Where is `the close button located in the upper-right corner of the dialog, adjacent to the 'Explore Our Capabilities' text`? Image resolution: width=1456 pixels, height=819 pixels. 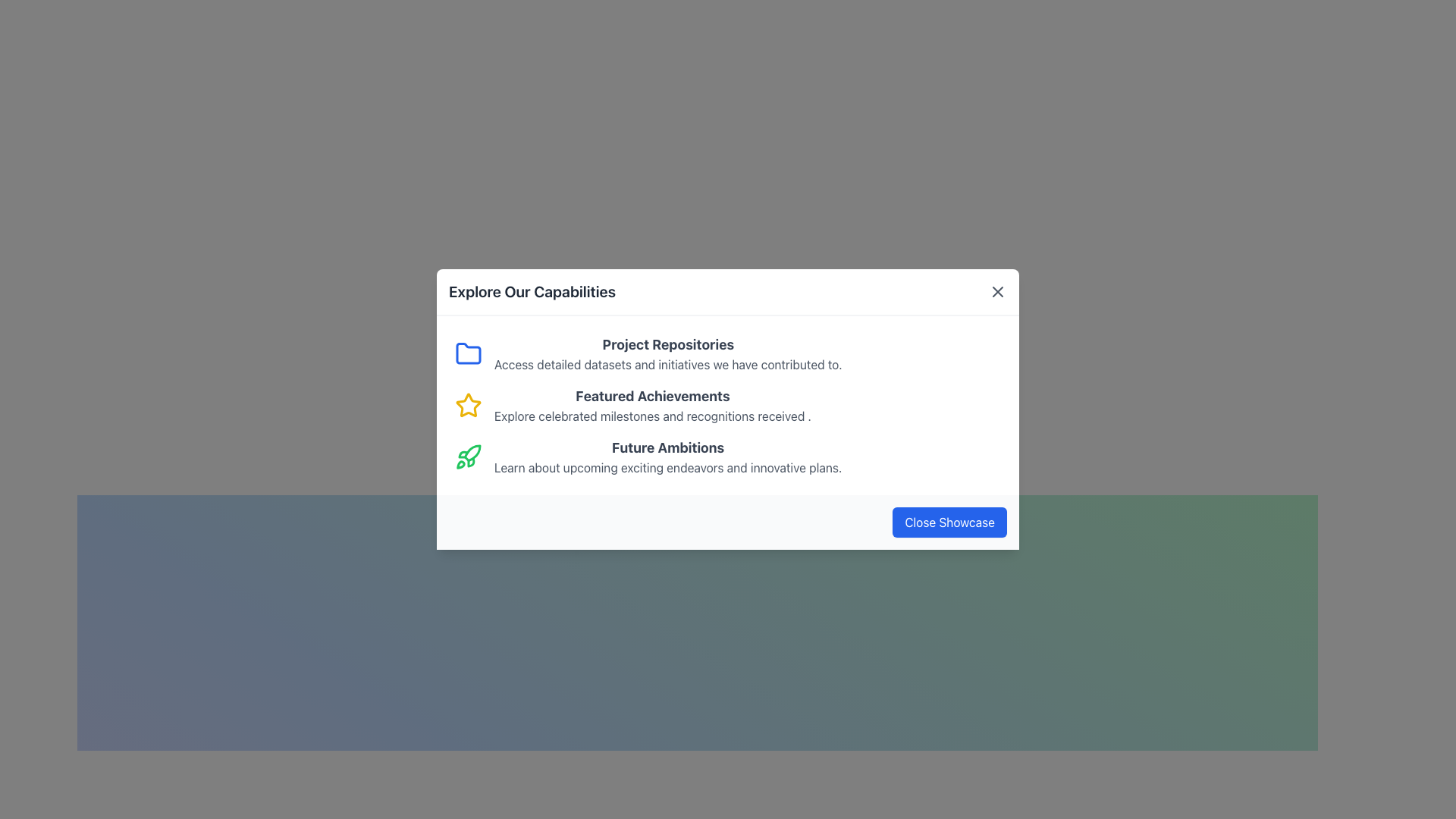 the close button located in the upper-right corner of the dialog, adjacent to the 'Explore Our Capabilities' text is located at coordinates (997, 292).